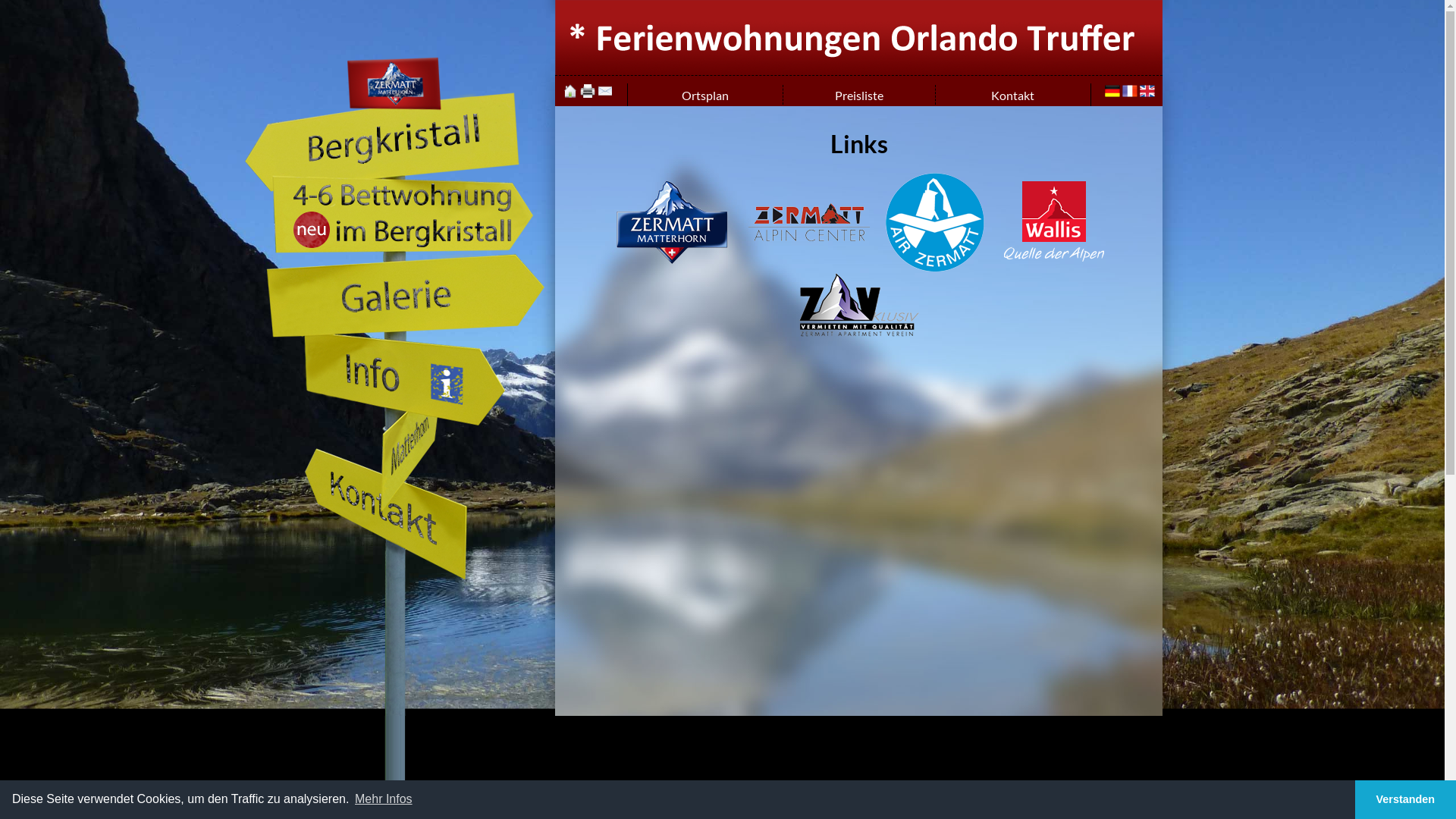 The width and height of the screenshot is (1456, 819). What do you see at coordinates (858, 95) in the screenshot?
I see `'Preisliste'` at bounding box center [858, 95].